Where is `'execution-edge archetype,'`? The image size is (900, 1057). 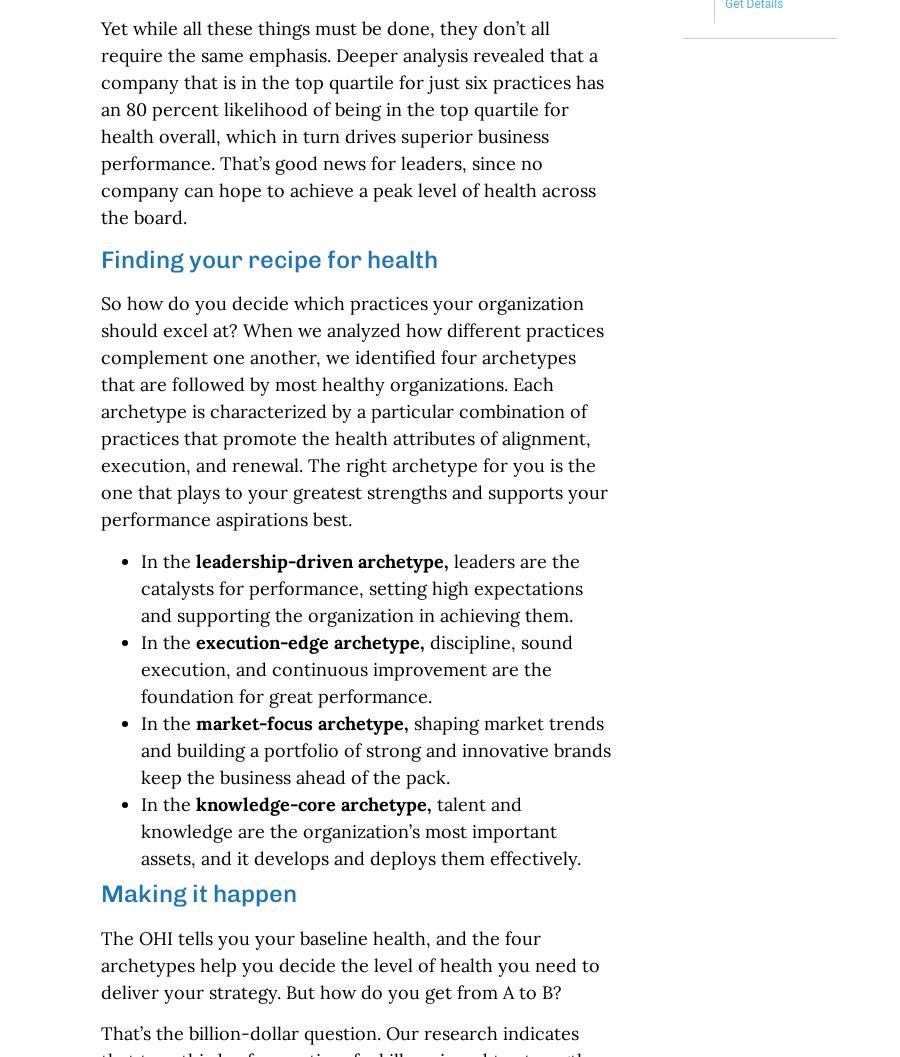 'execution-edge archetype,' is located at coordinates (308, 641).